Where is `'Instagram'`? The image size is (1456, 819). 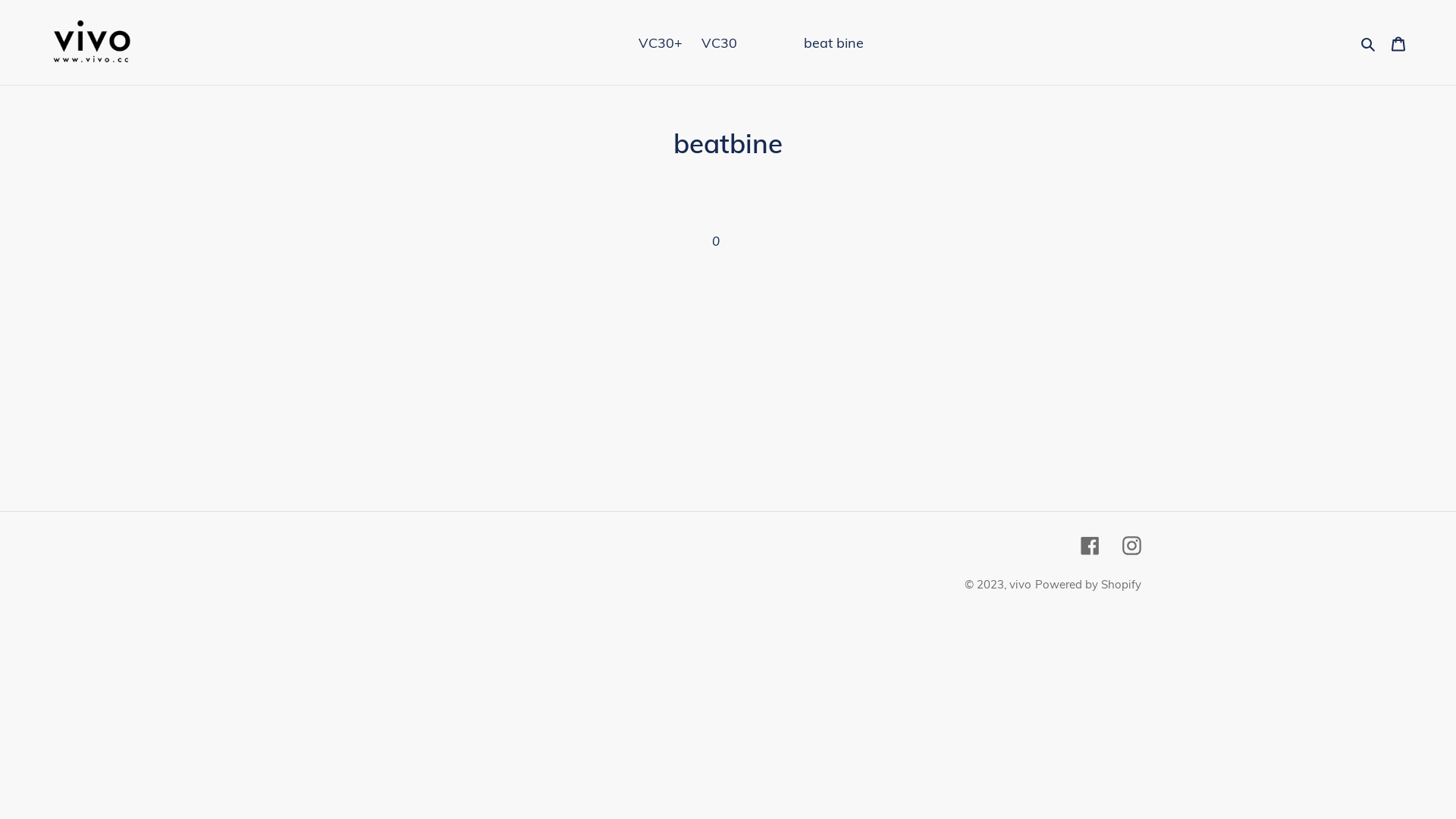 'Instagram' is located at coordinates (1131, 543).